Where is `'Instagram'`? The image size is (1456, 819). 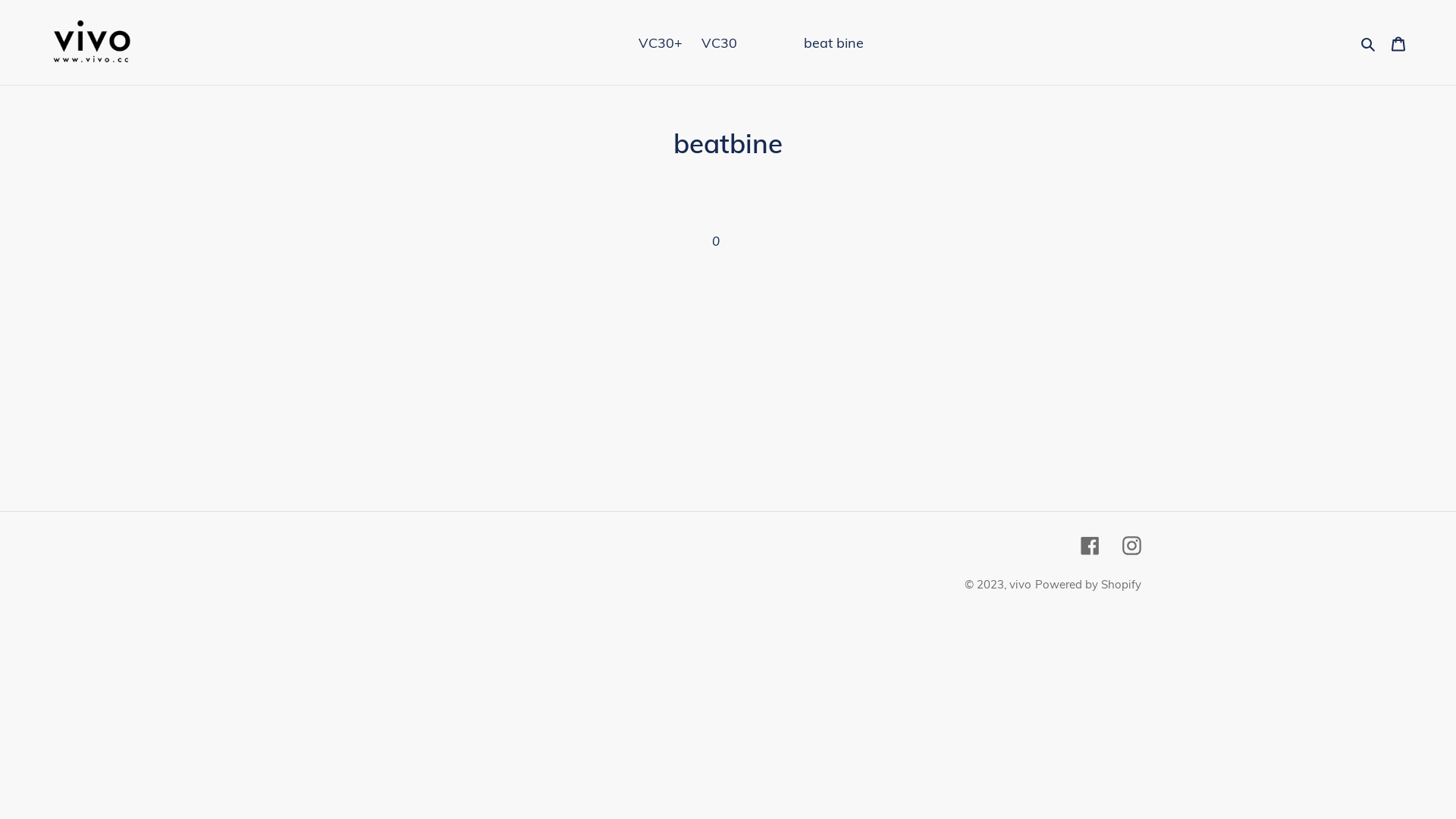 'Instagram' is located at coordinates (1131, 543).